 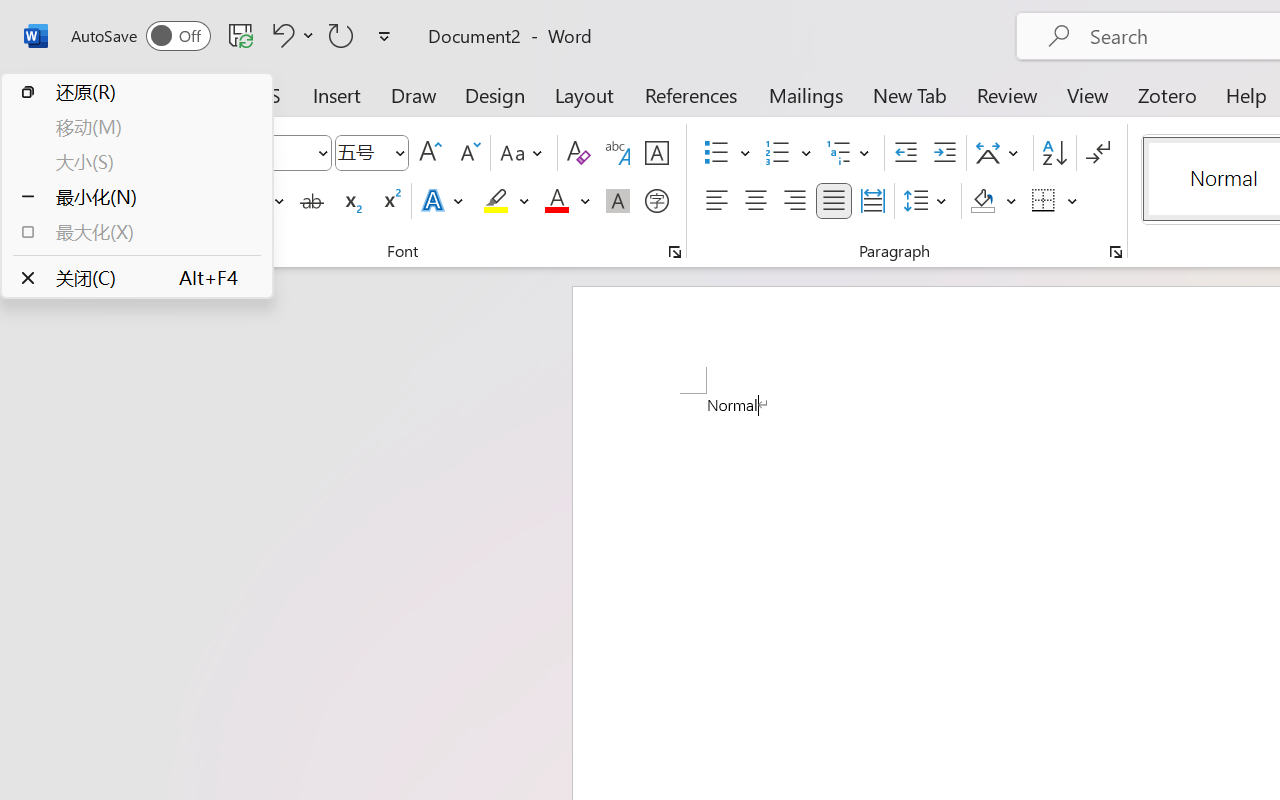 What do you see at coordinates (467, 153) in the screenshot?
I see `'Shrink Font'` at bounding box center [467, 153].